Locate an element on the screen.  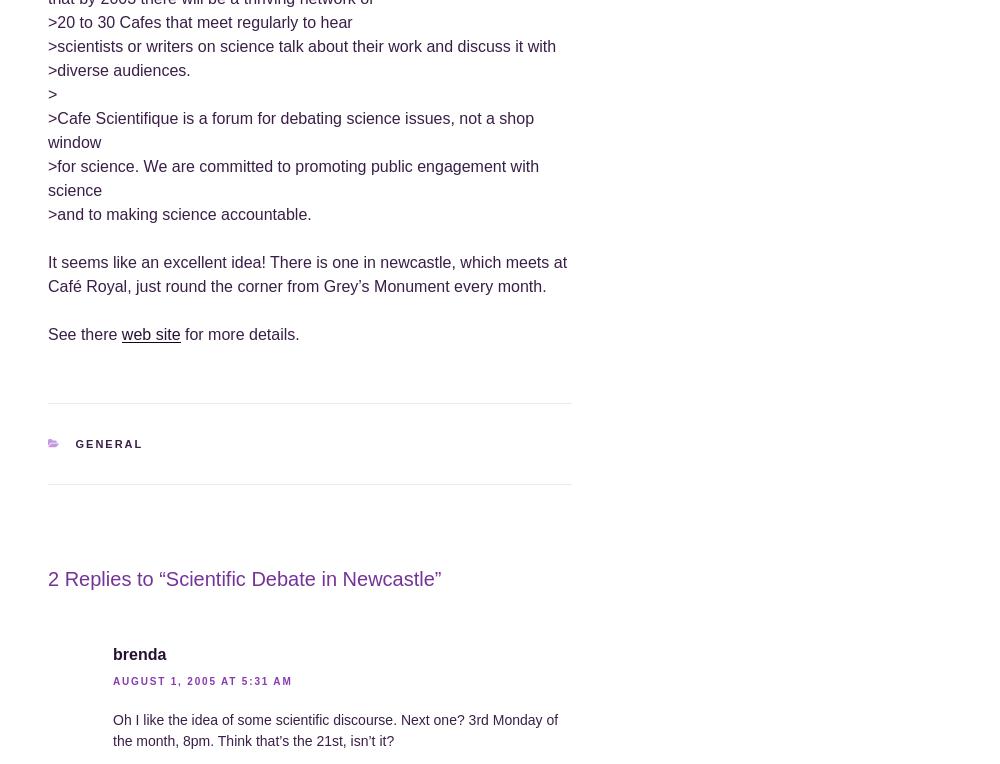
'2 Replies to “Scientific Debate in Newcastle”' is located at coordinates (243, 578).